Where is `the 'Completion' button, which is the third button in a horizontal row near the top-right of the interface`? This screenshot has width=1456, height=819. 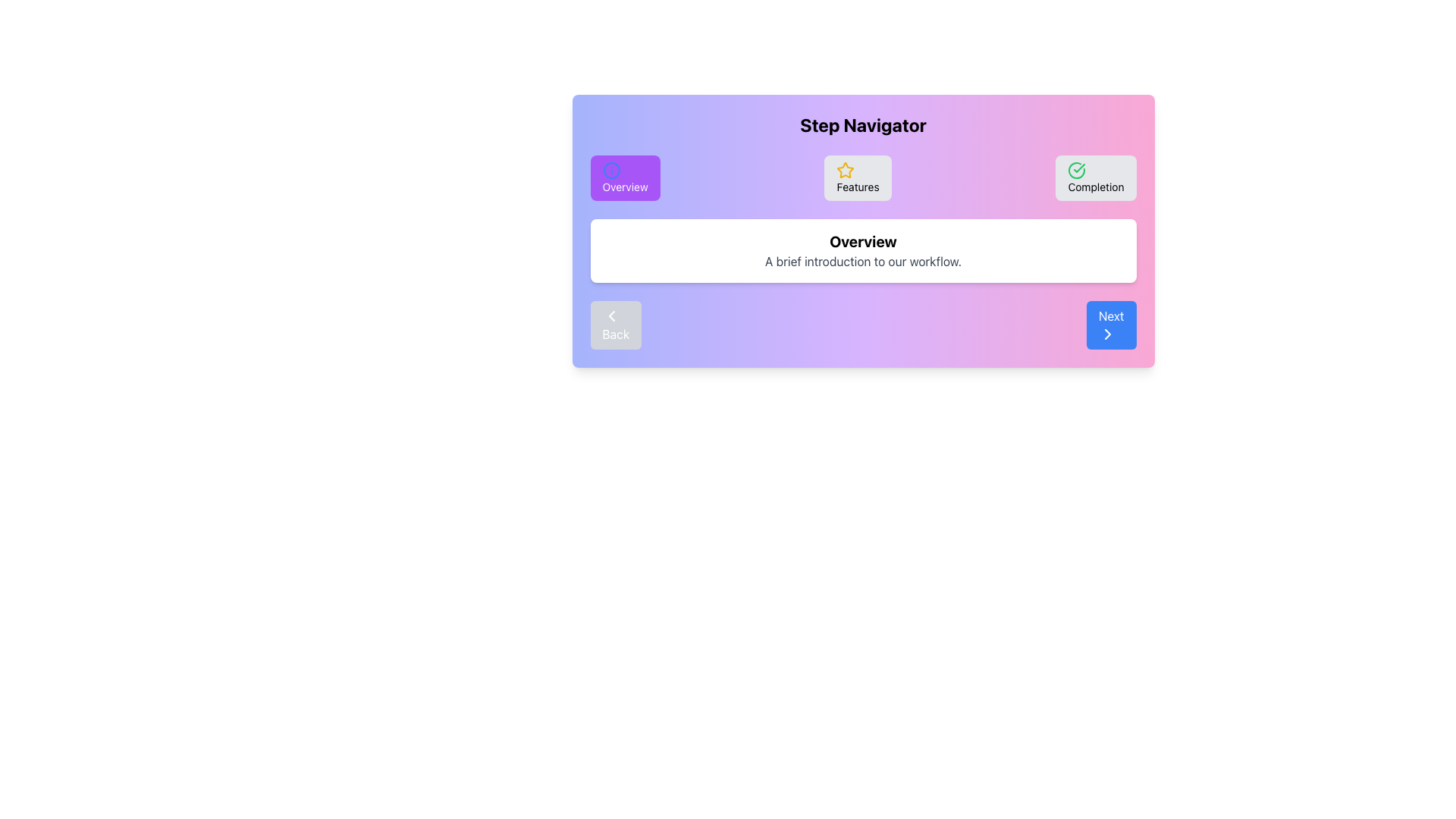
the 'Completion' button, which is the third button in a horizontal row near the top-right of the interface is located at coordinates (1096, 177).